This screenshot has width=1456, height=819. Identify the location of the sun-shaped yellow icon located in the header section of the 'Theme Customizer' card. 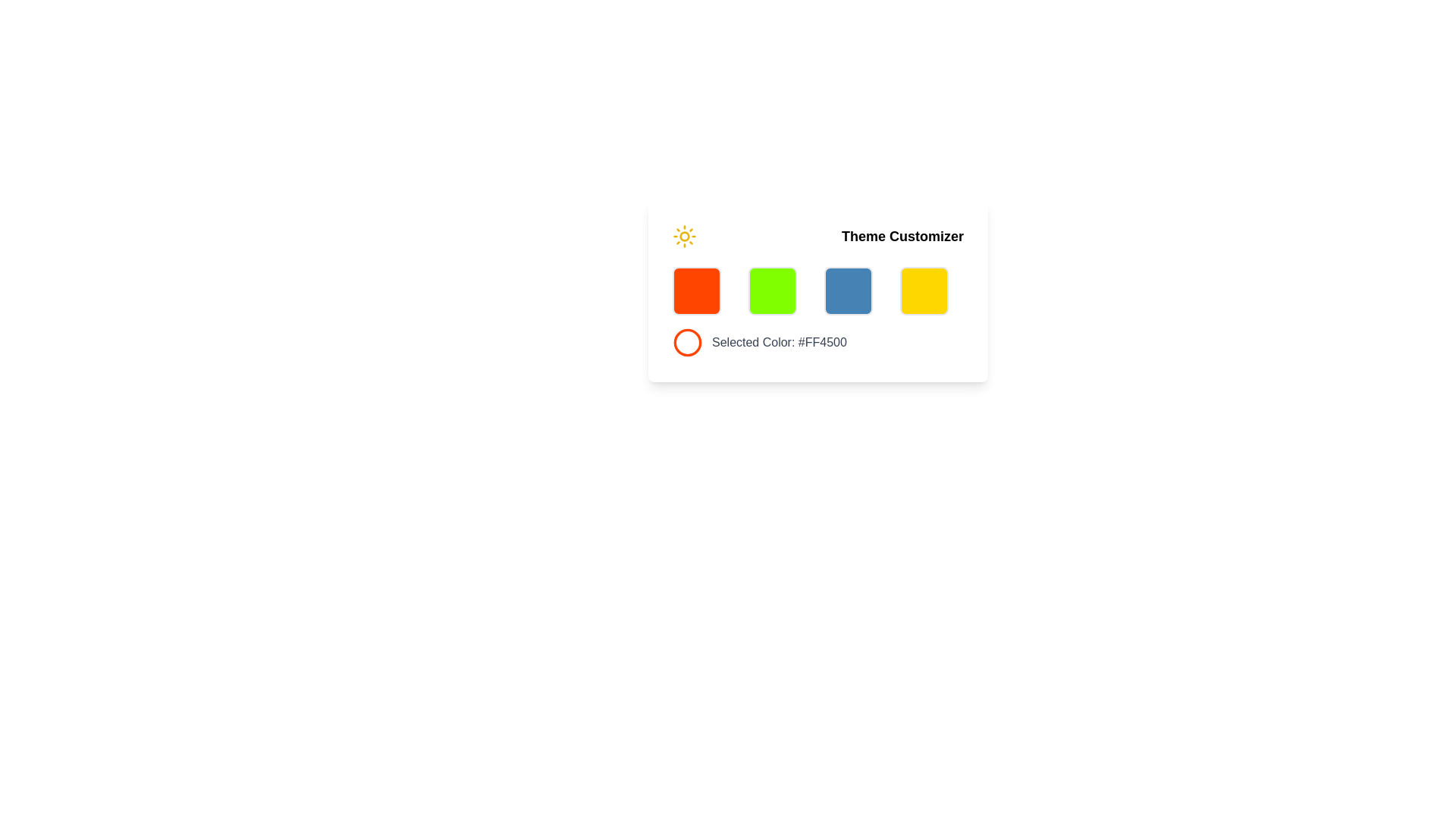
(683, 237).